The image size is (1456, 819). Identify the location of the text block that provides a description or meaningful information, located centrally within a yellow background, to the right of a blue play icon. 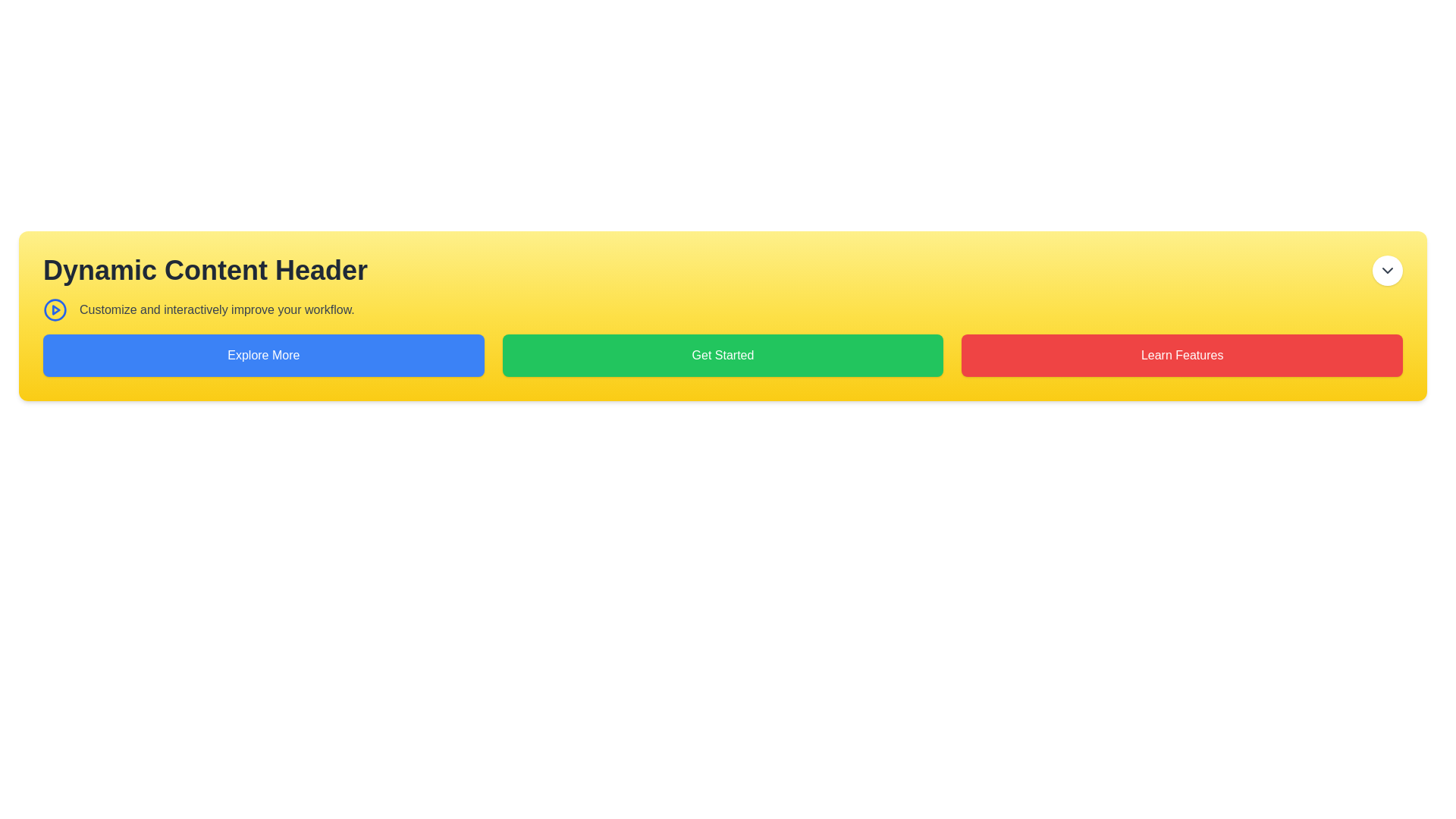
(216, 309).